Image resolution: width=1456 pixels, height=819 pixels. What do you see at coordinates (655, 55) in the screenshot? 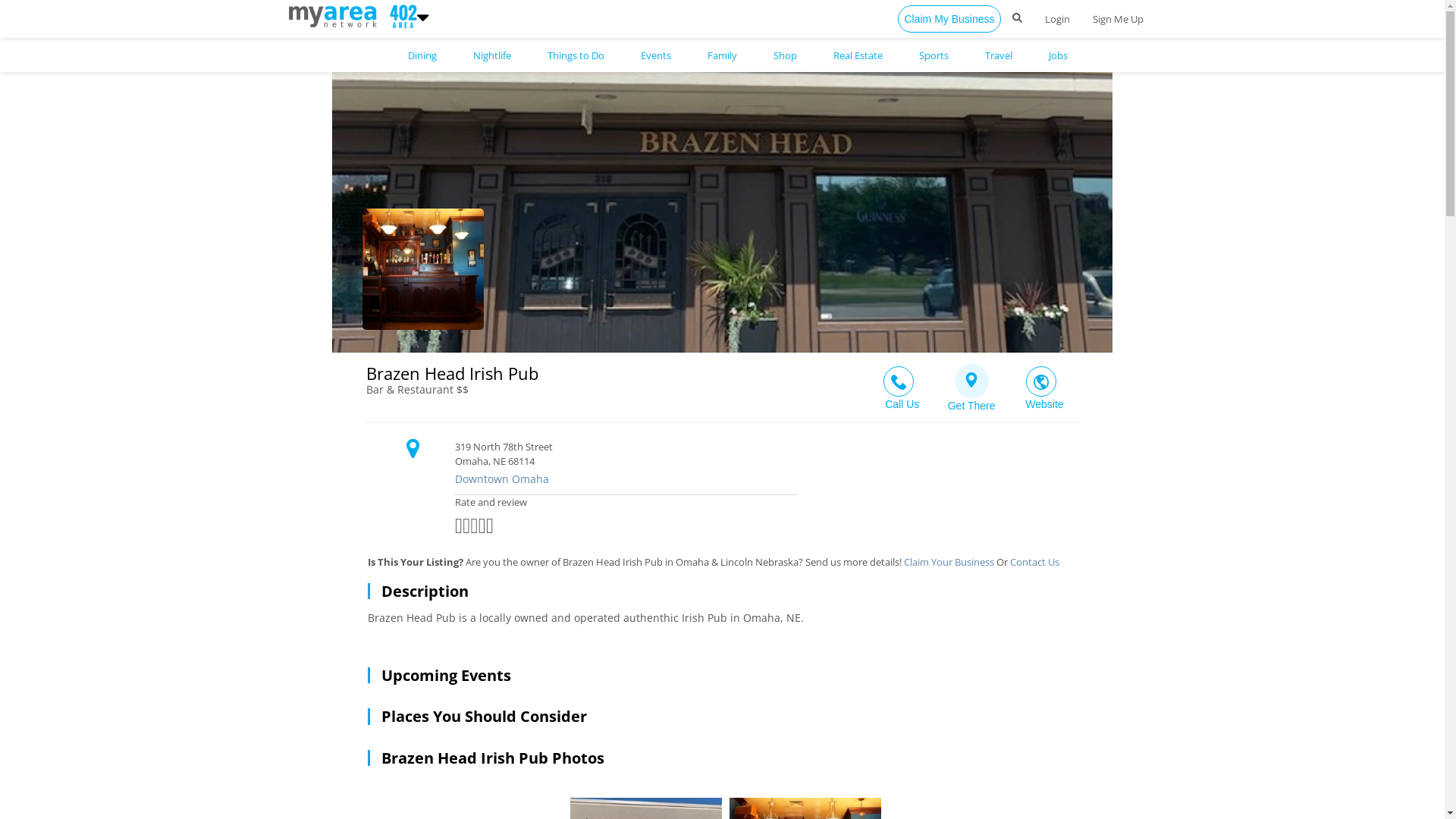
I see `'Events'` at bounding box center [655, 55].